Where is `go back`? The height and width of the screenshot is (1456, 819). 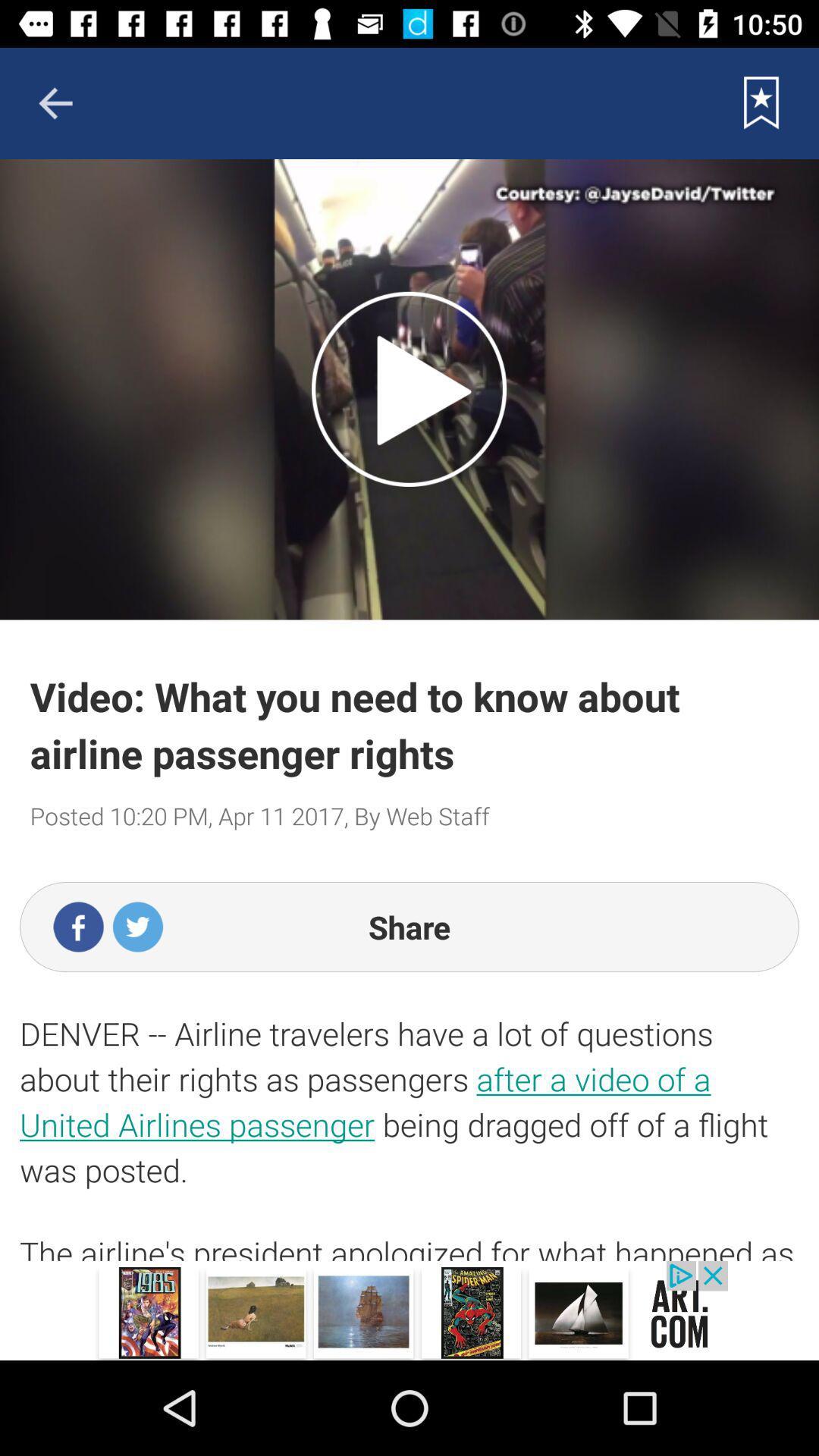 go back is located at coordinates (55, 102).